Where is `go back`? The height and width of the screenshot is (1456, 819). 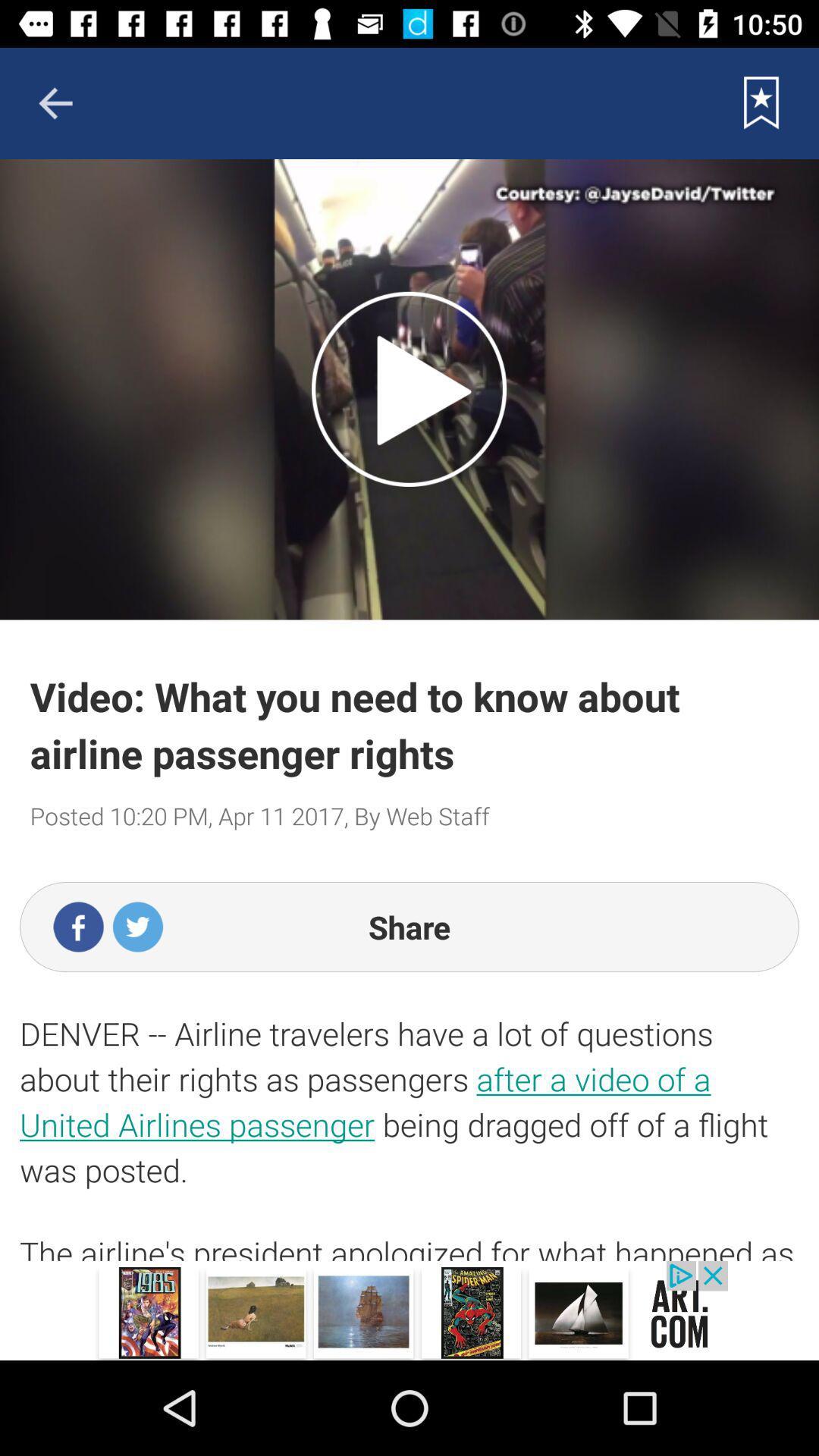 go back is located at coordinates (55, 102).